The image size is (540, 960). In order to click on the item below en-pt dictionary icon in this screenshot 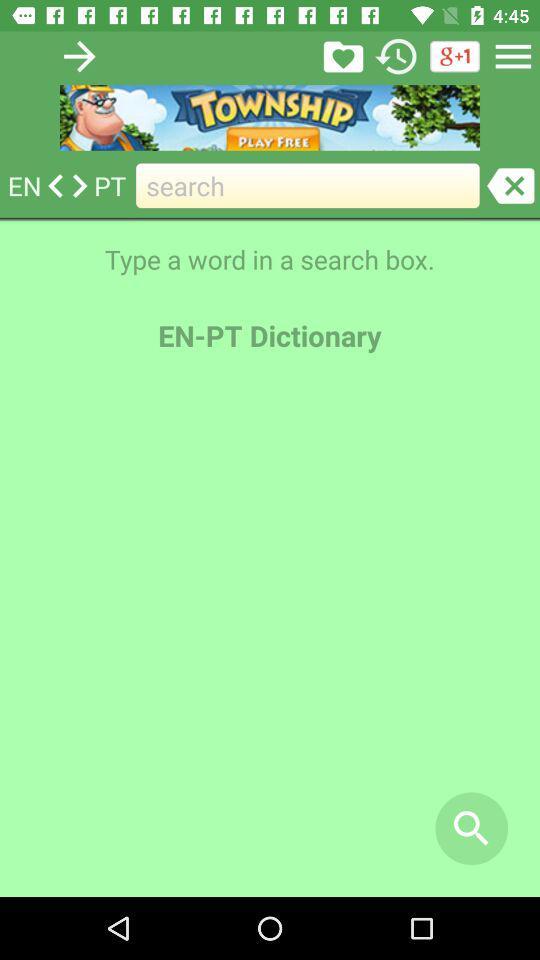, I will do `click(270, 634)`.